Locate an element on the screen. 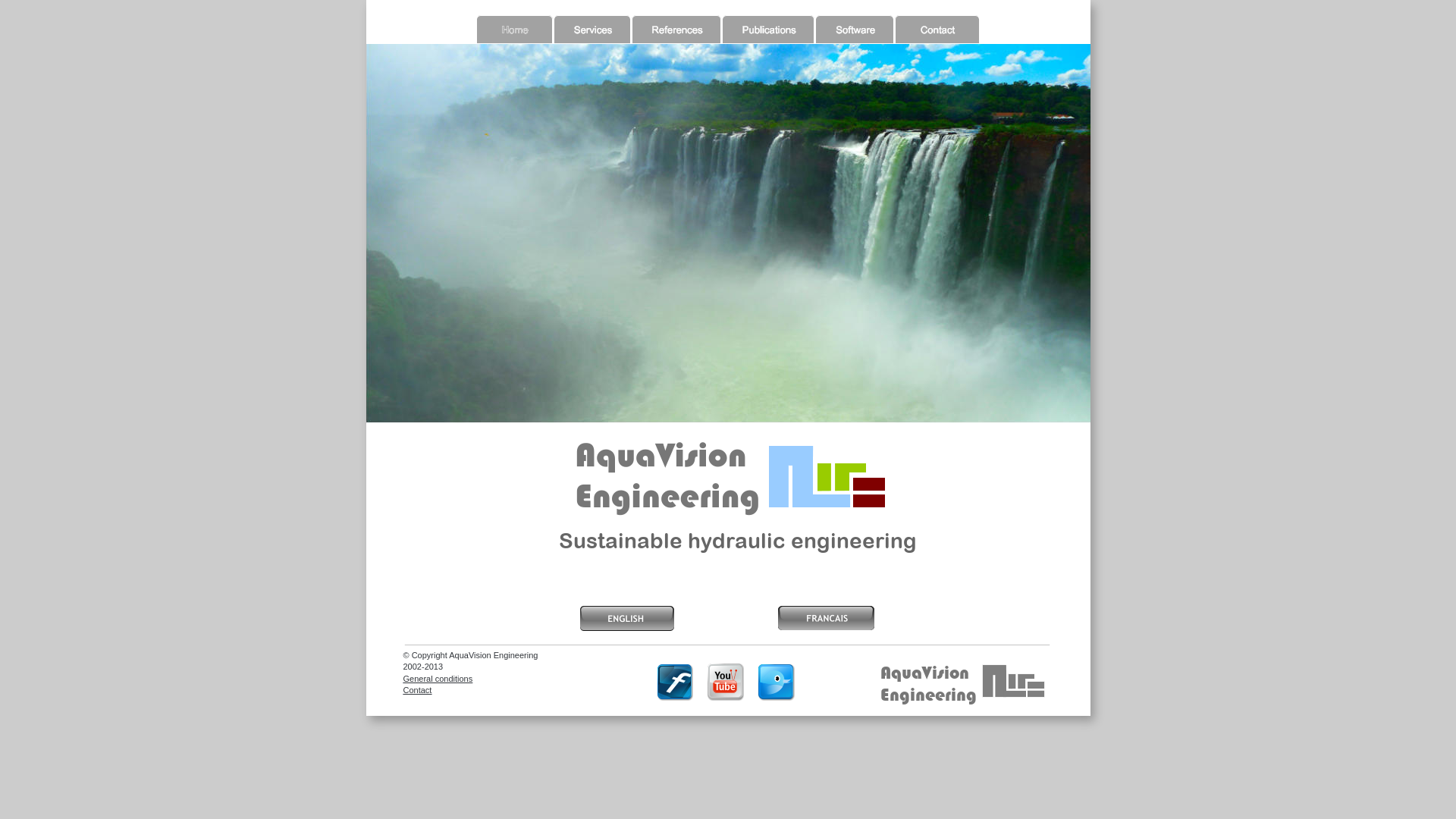  'Contact' is located at coordinates (403, 690).